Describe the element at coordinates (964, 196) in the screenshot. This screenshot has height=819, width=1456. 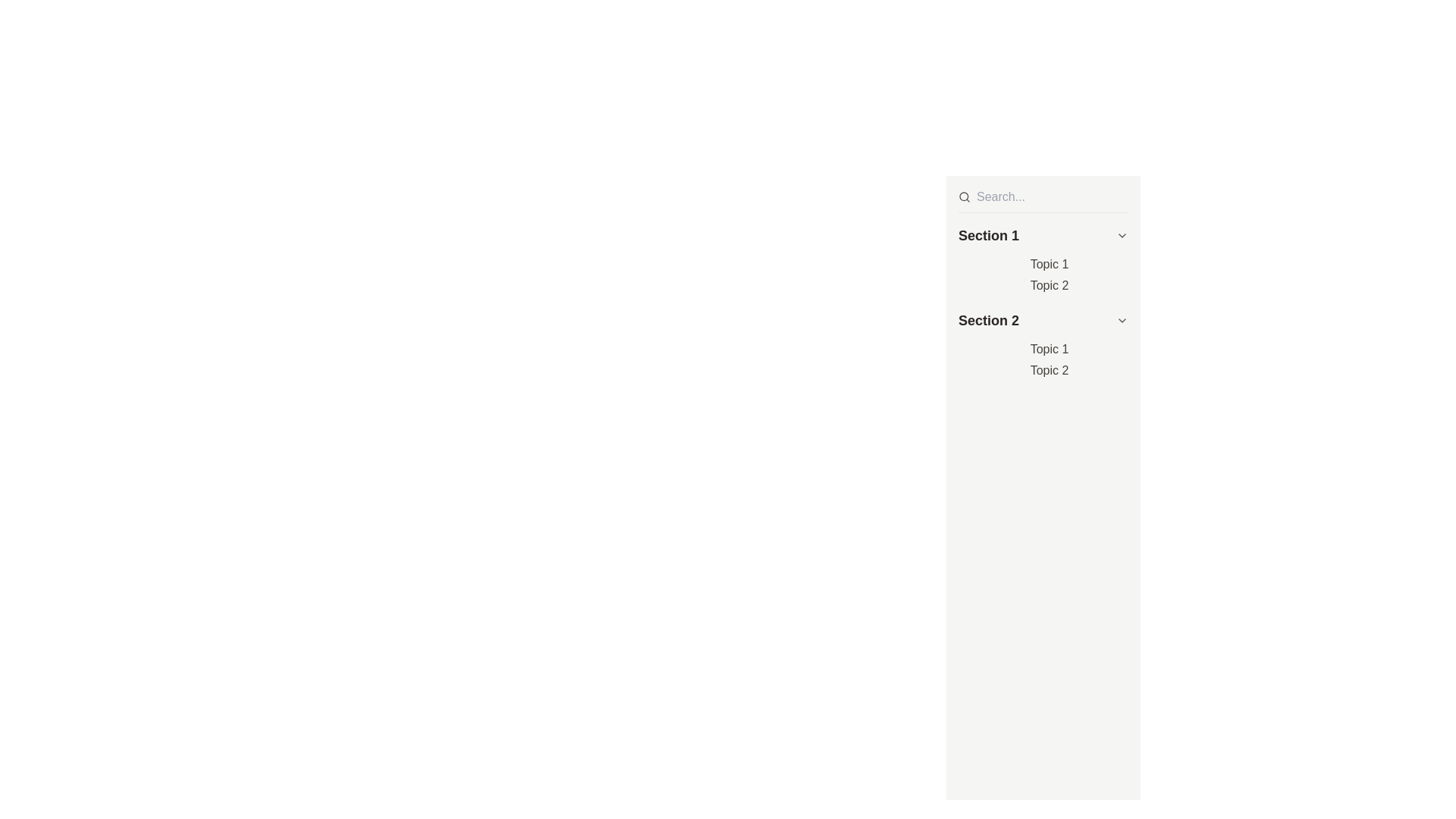
I see `the search icon located on the left side of the search bar` at that location.